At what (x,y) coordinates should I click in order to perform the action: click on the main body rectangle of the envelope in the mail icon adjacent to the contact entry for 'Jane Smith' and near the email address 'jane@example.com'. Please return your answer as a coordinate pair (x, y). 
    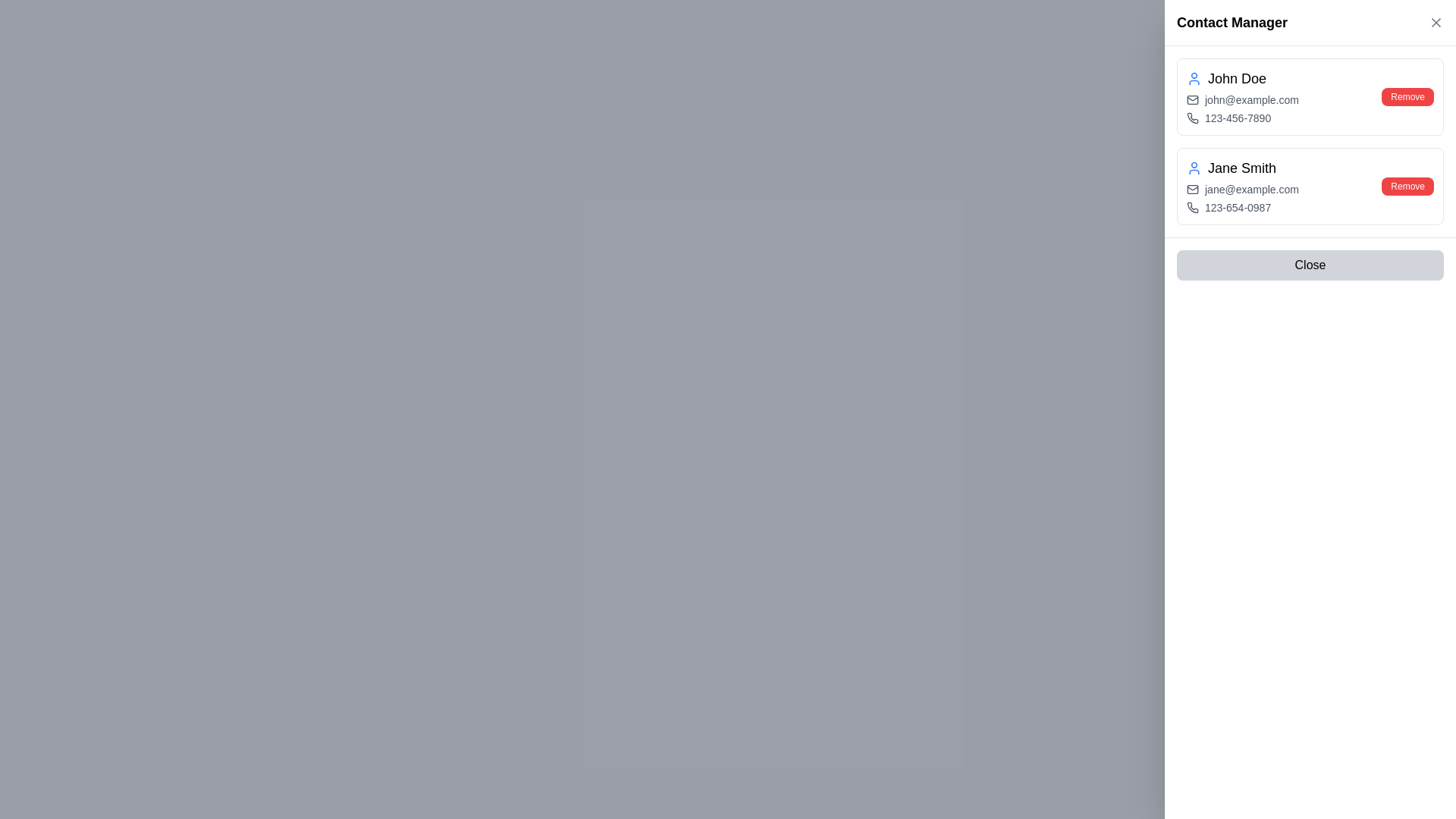
    Looking at the image, I should click on (1192, 189).